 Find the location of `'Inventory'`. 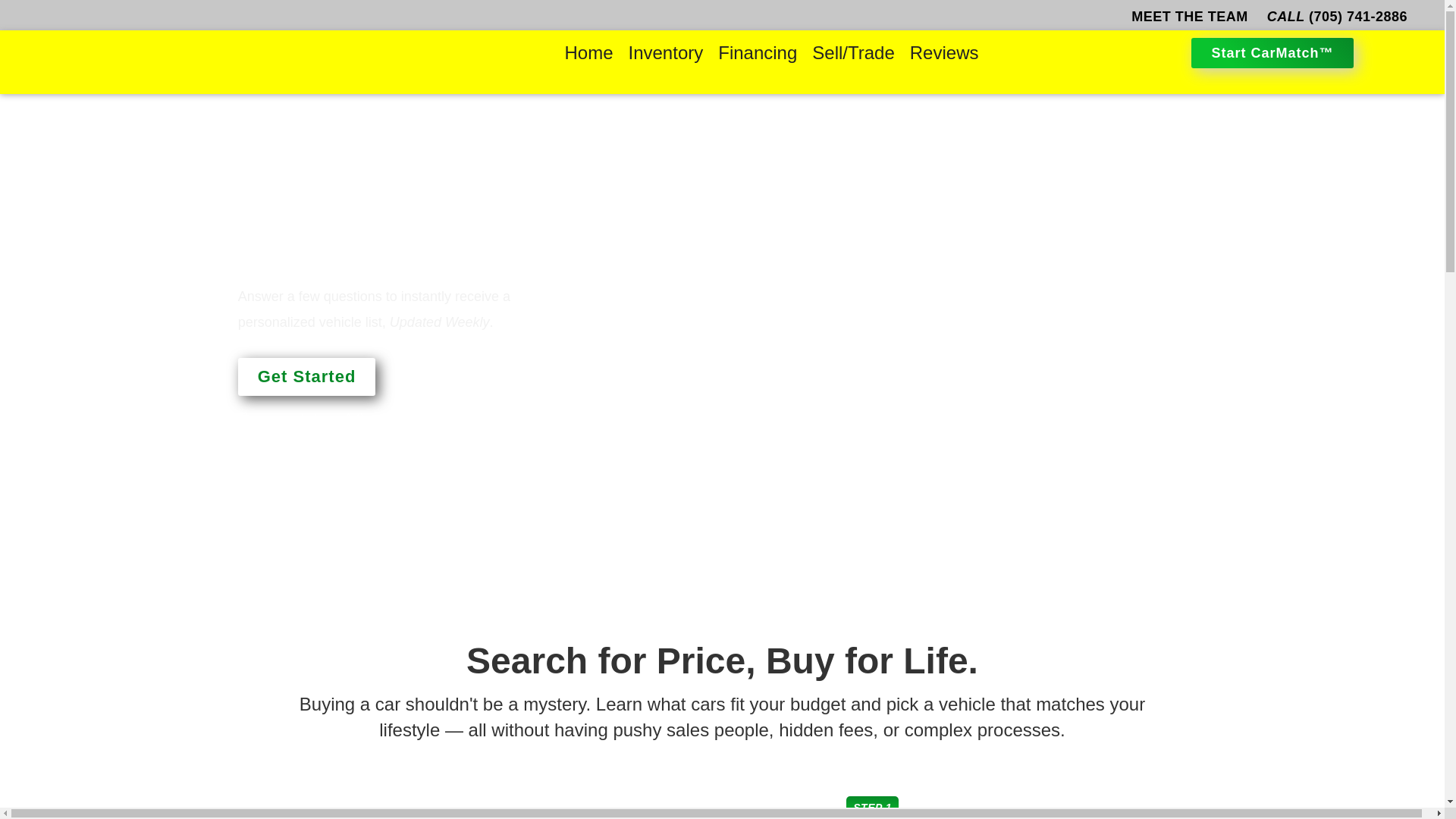

'Inventory' is located at coordinates (665, 52).